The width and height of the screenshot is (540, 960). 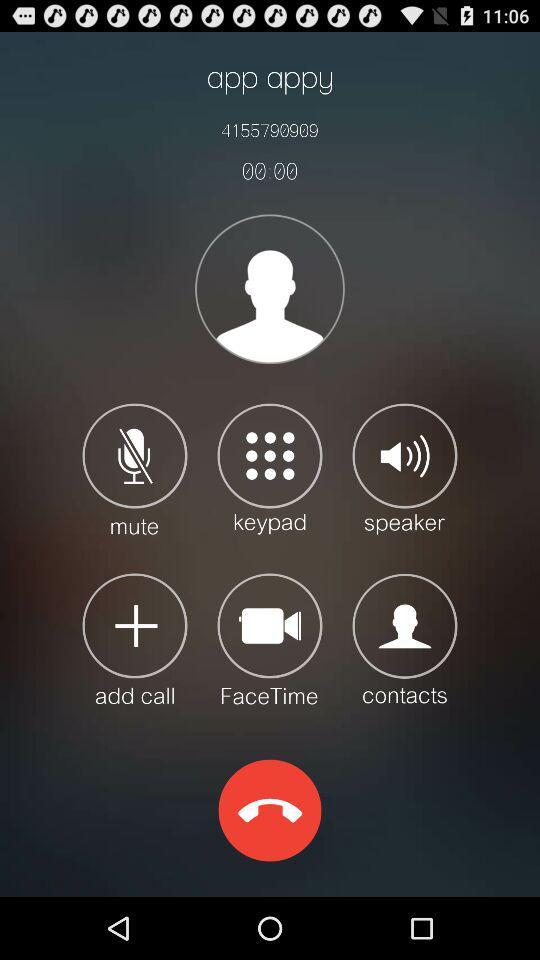 What do you see at coordinates (405, 468) in the screenshot?
I see `increase or decrease the volume` at bounding box center [405, 468].